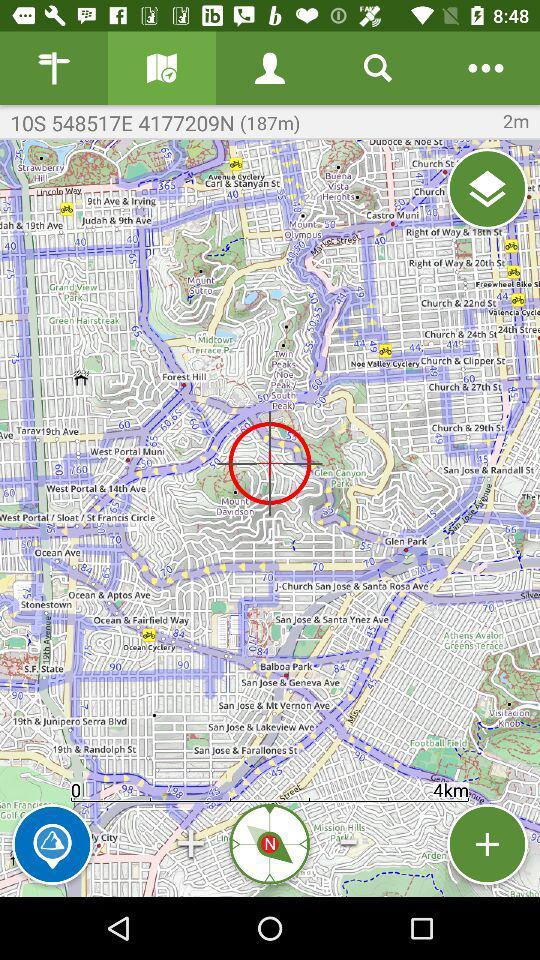  Describe the element at coordinates (486, 843) in the screenshot. I see `a location` at that location.